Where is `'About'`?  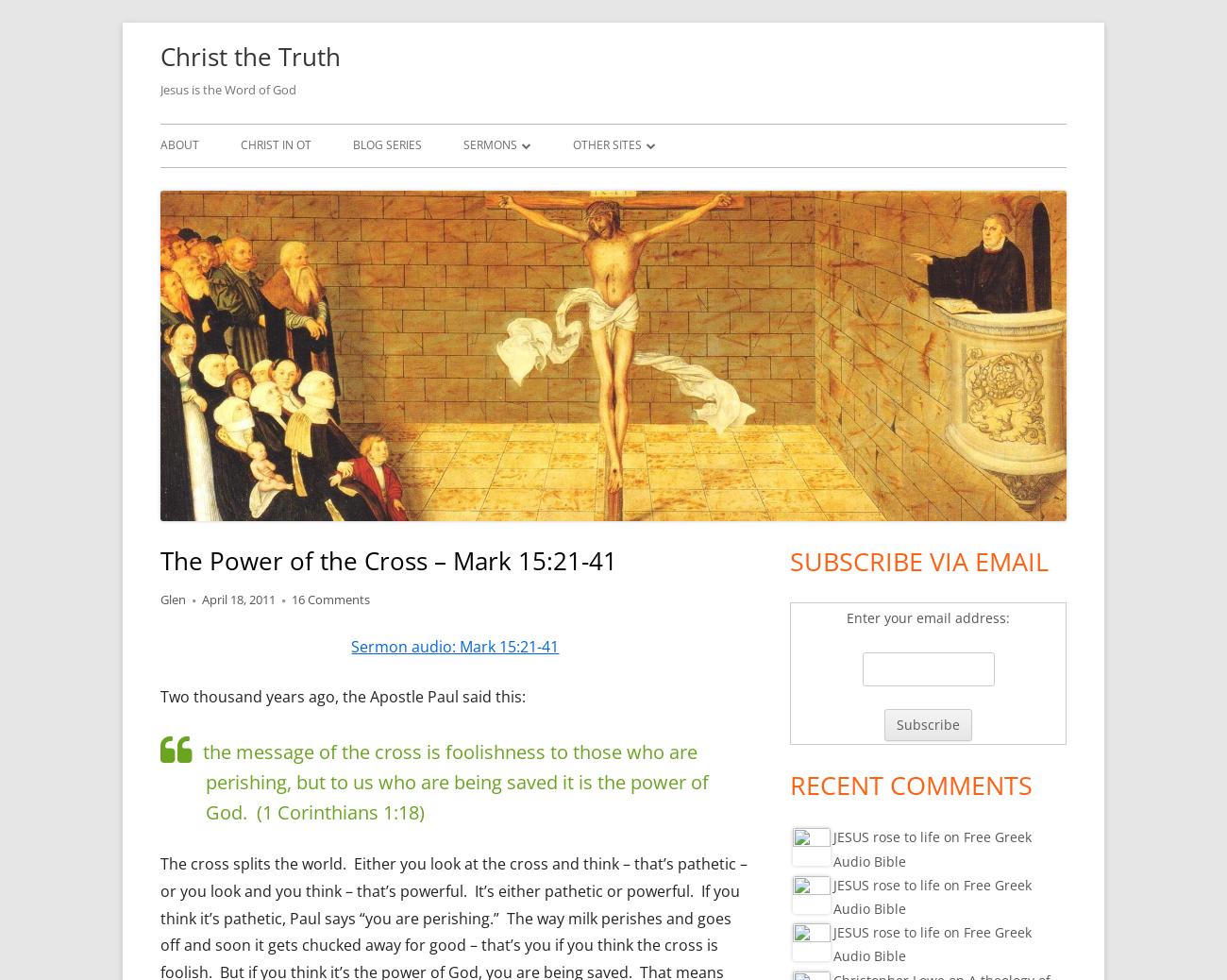
'About' is located at coordinates (179, 144).